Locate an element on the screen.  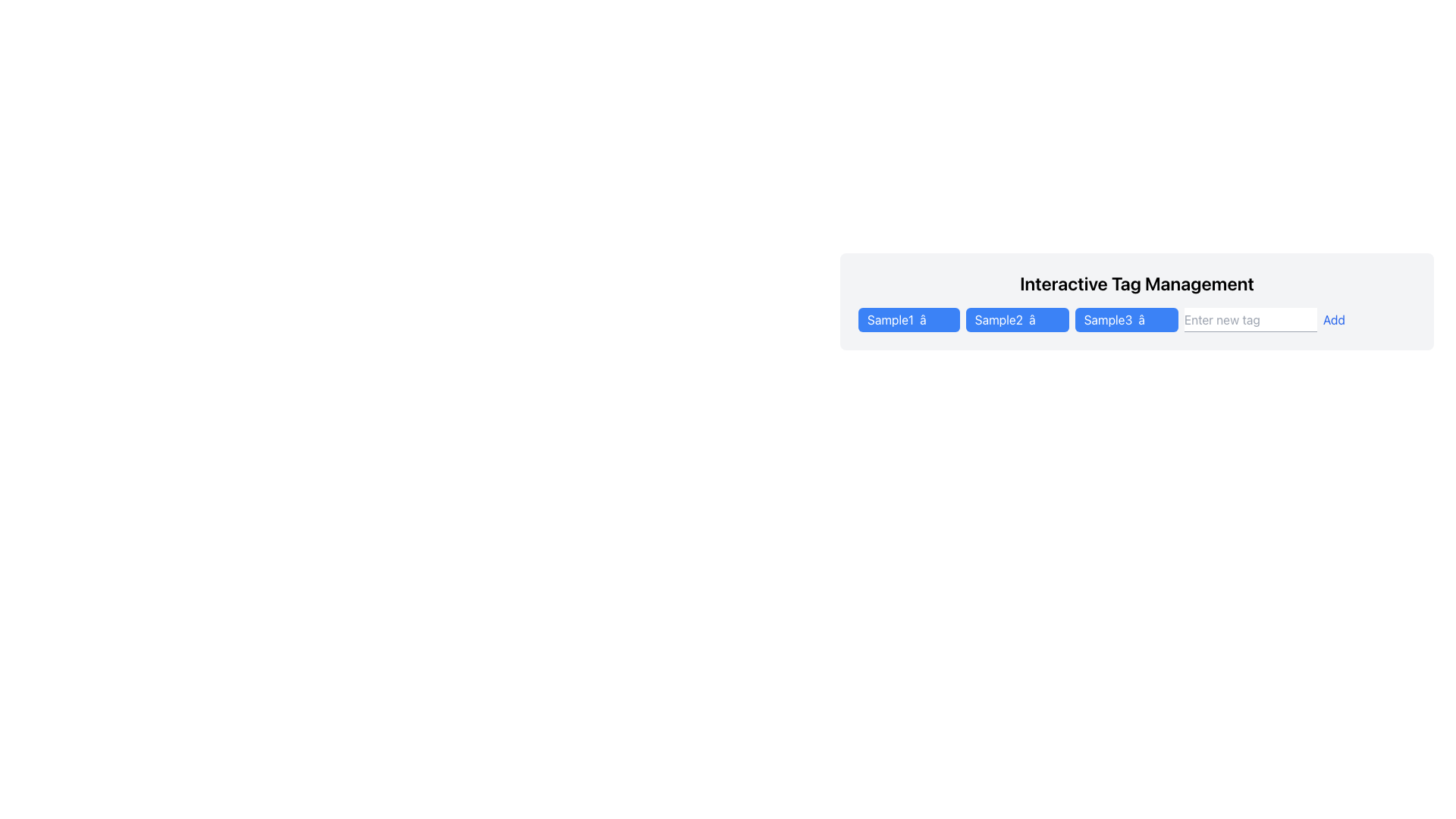
the 'Sample2' text label, which is positioned between 'Sample1' and 'Sample3' tags in a horizontal group is located at coordinates (999, 318).